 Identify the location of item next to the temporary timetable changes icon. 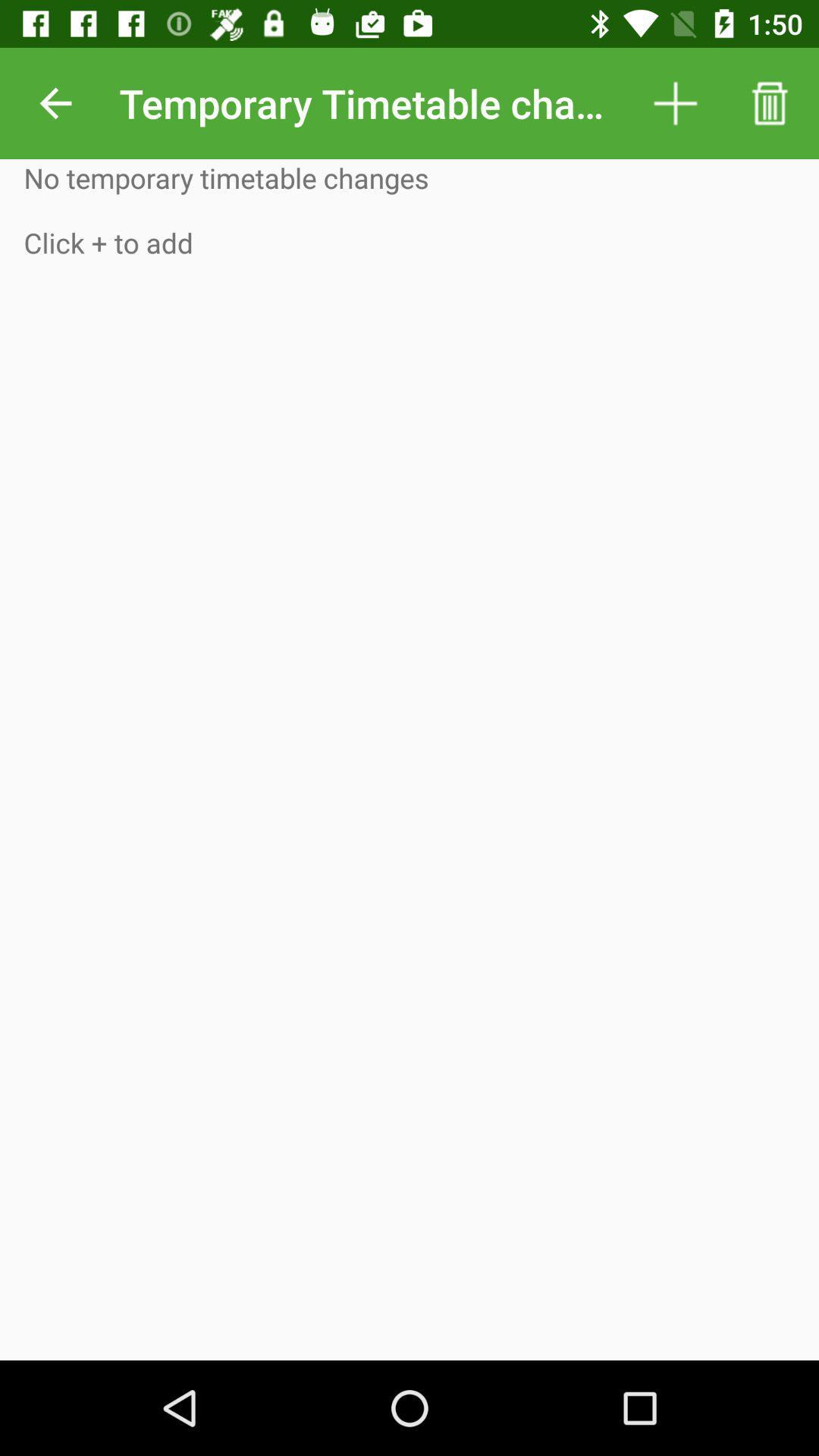
(675, 102).